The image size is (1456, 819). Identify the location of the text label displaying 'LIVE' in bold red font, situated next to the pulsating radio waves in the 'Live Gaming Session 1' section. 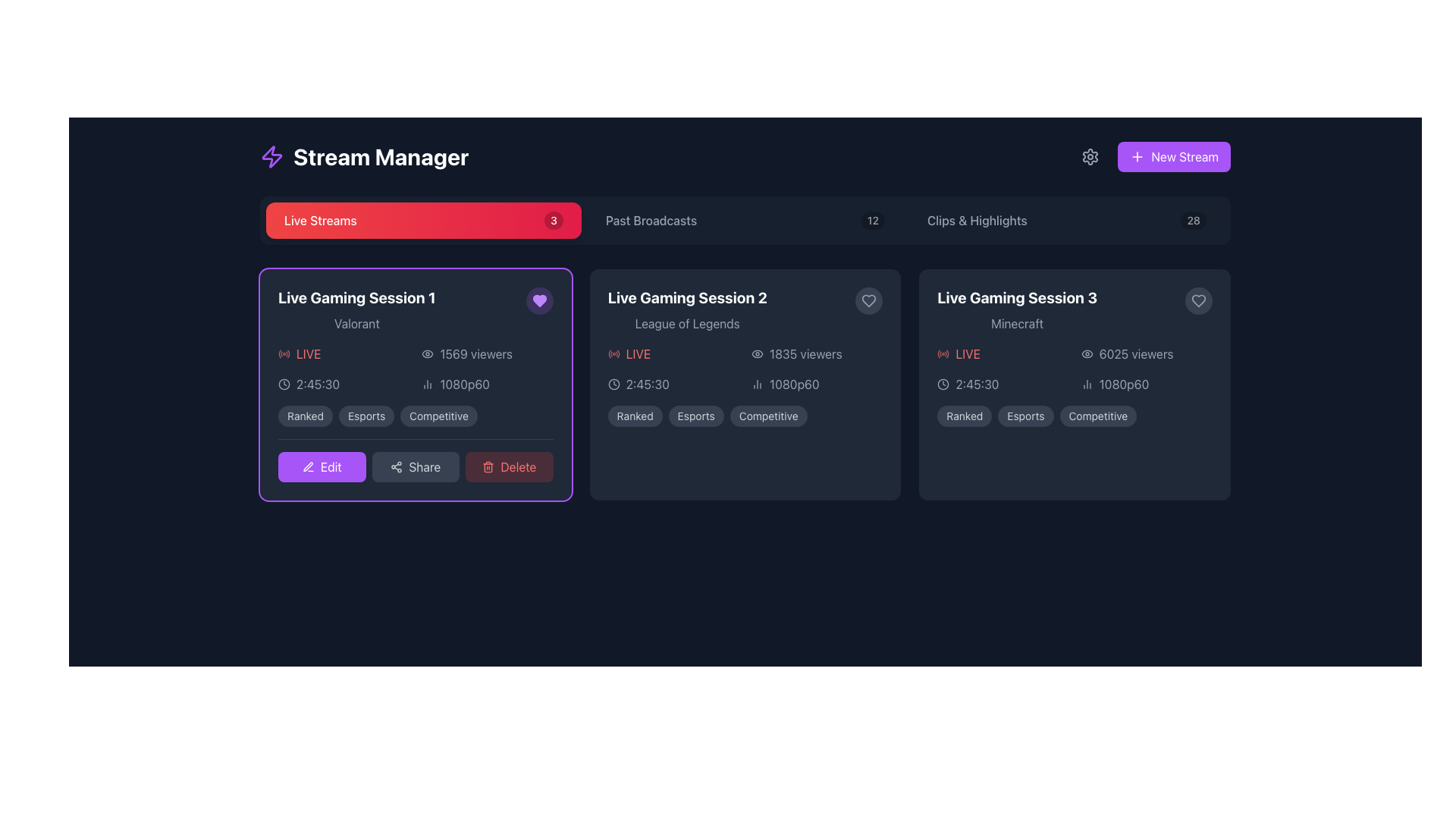
(308, 353).